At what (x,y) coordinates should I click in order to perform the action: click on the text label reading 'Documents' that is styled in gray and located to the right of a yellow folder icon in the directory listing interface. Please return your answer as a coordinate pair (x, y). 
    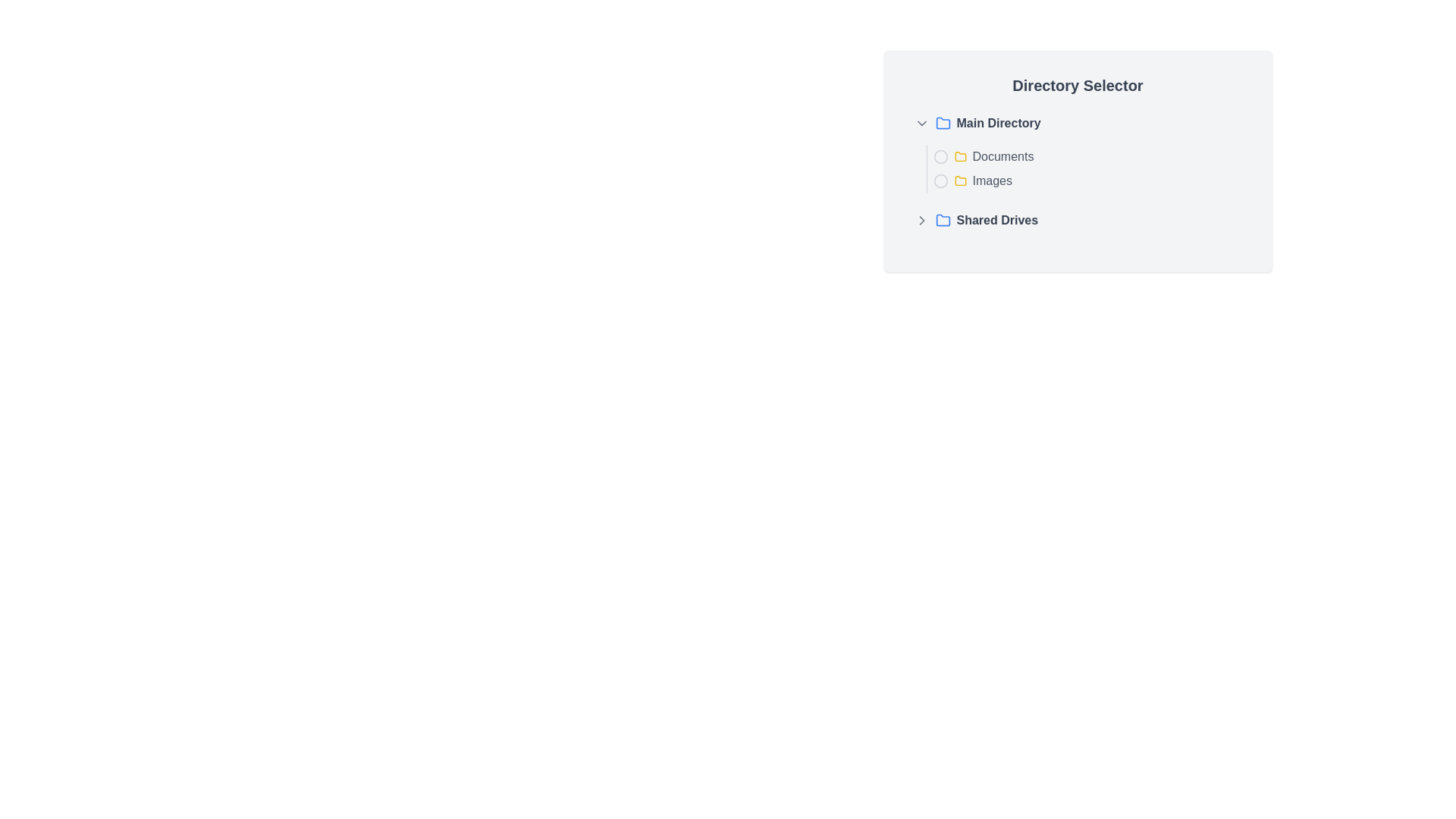
    Looking at the image, I should click on (1003, 157).